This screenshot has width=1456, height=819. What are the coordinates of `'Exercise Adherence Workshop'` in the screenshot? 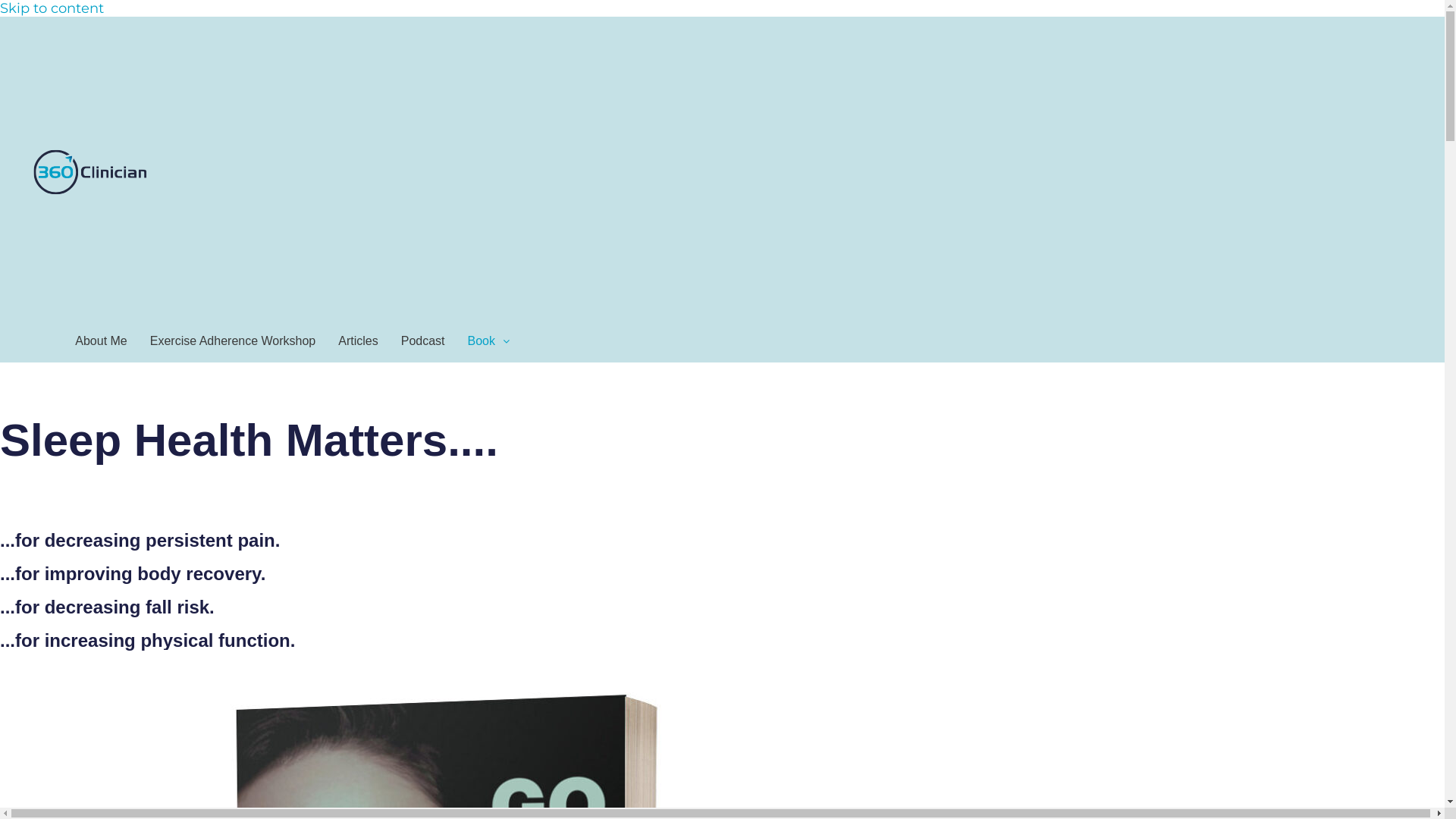 It's located at (232, 341).